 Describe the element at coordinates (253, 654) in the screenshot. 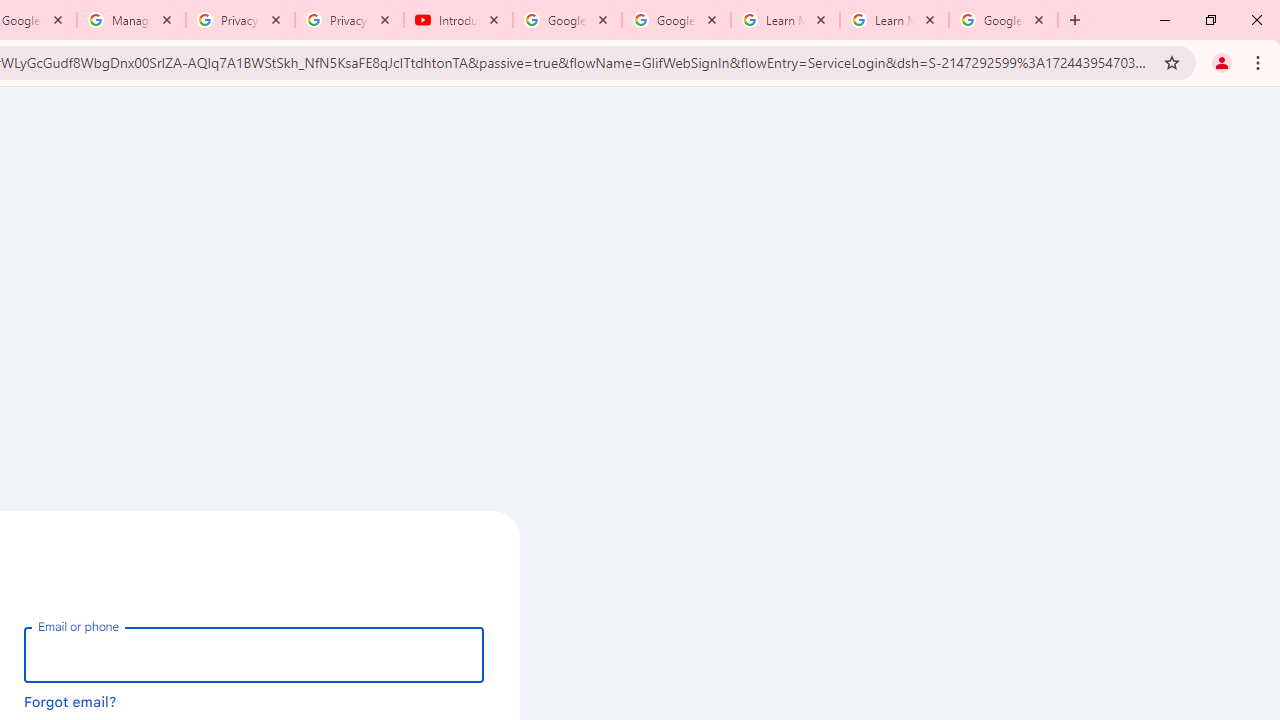

I see `'Email or phone'` at that location.